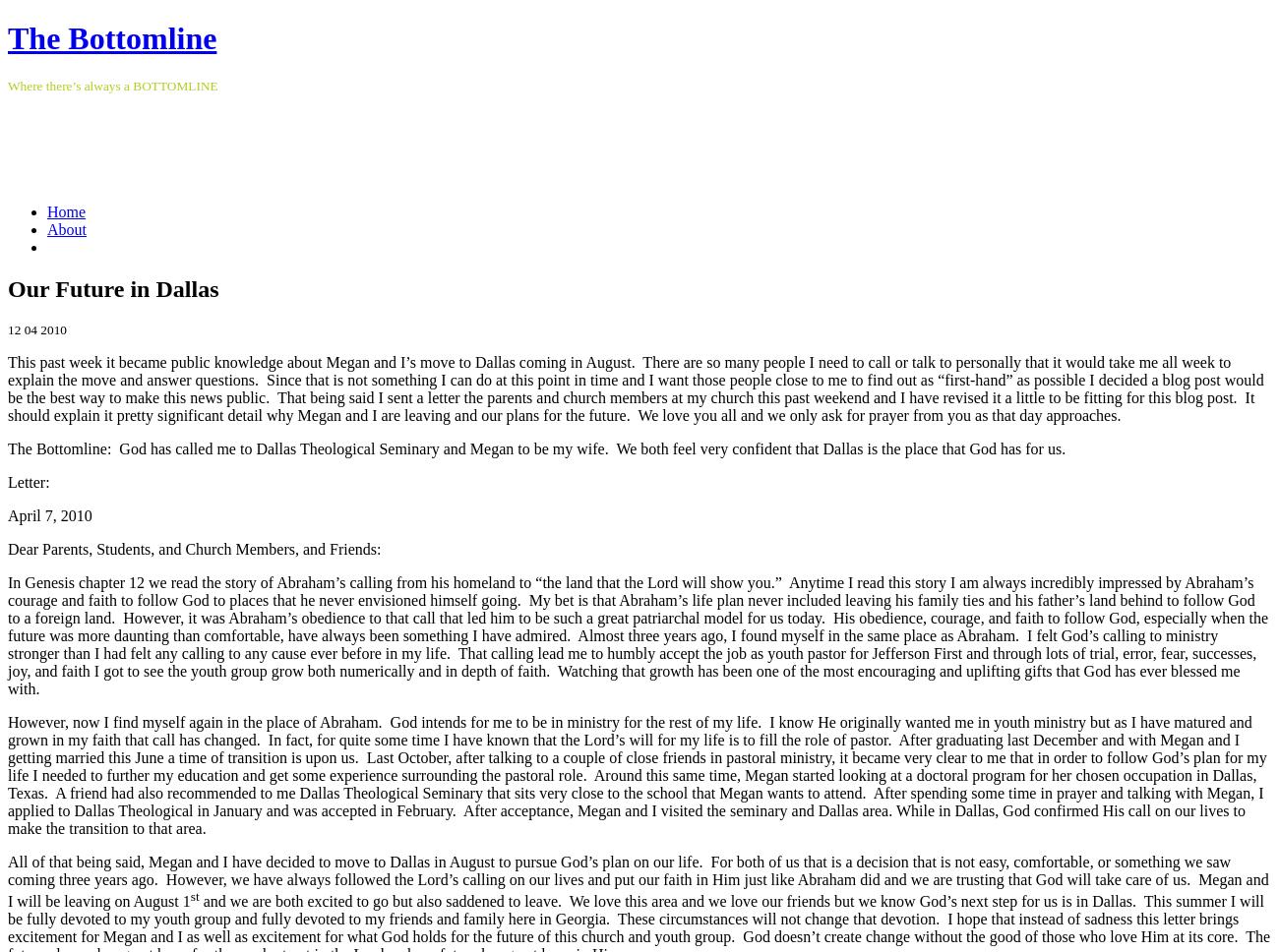 This screenshot has width=1279, height=952. What do you see at coordinates (52, 328) in the screenshot?
I see `'2010'` at bounding box center [52, 328].